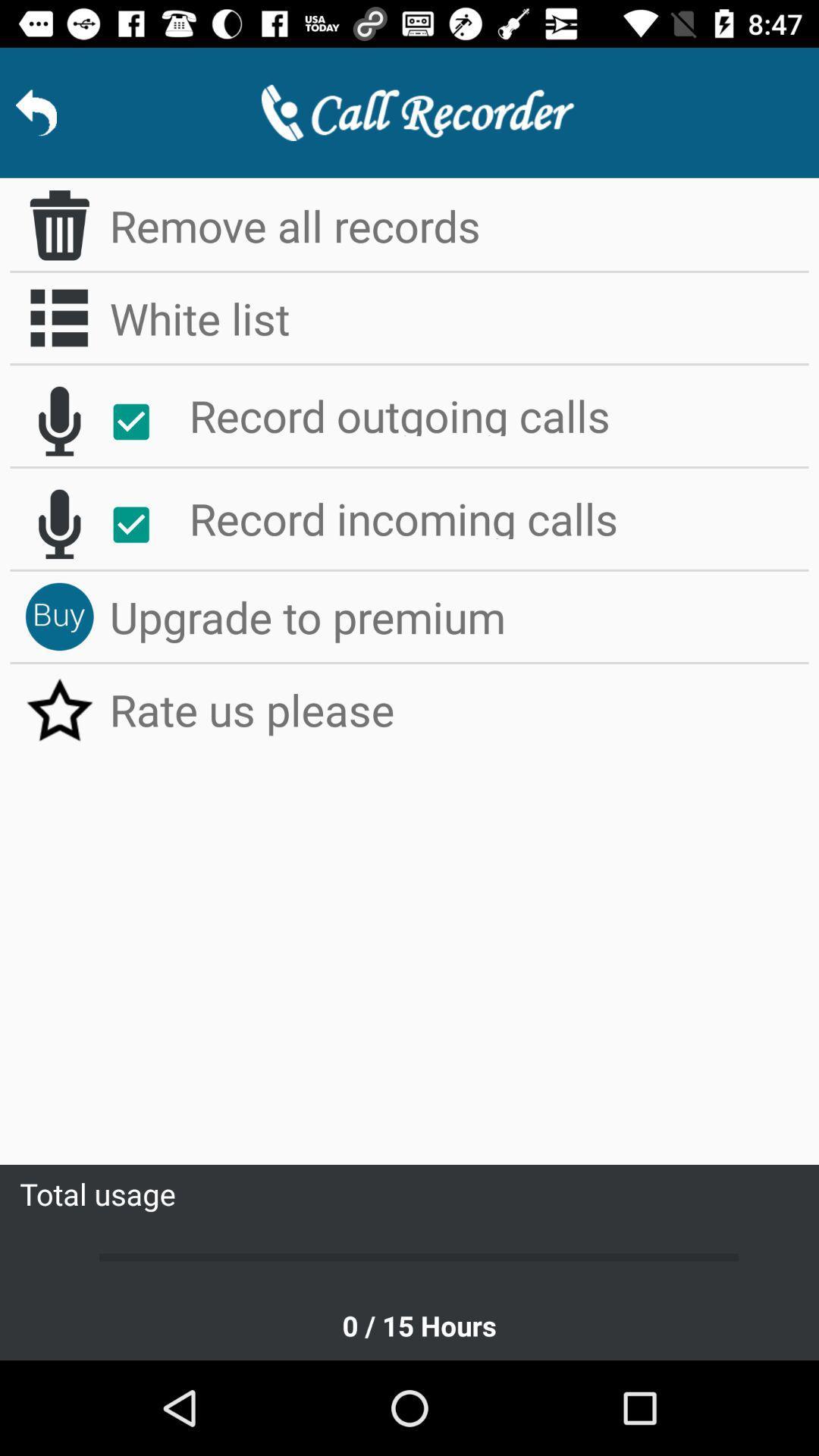 The height and width of the screenshot is (1456, 819). I want to click on delete, so click(58, 224).